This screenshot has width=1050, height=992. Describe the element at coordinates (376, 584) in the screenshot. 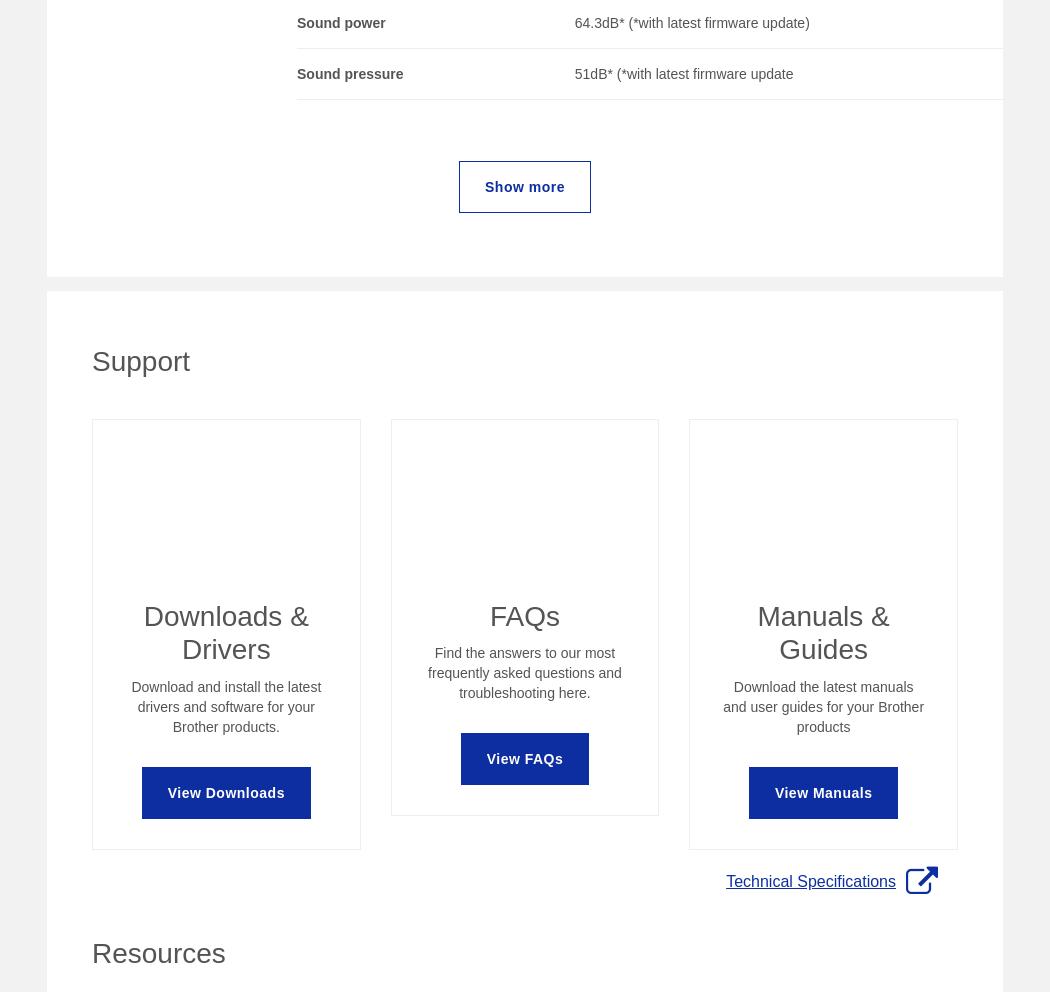

I see `'FAQs and Manuals'` at that location.